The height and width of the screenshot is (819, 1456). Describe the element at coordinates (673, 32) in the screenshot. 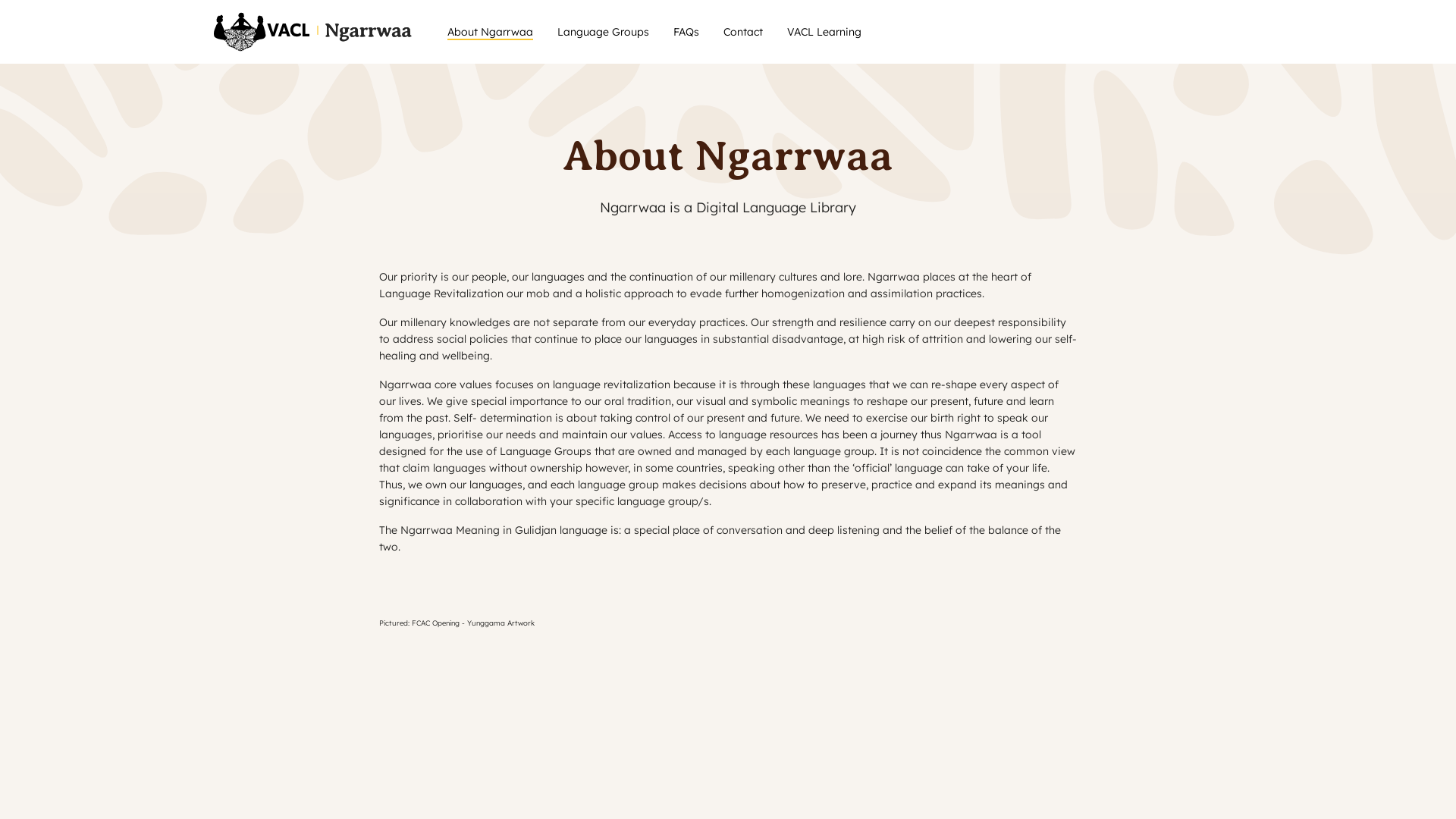

I see `'FAQs'` at that location.